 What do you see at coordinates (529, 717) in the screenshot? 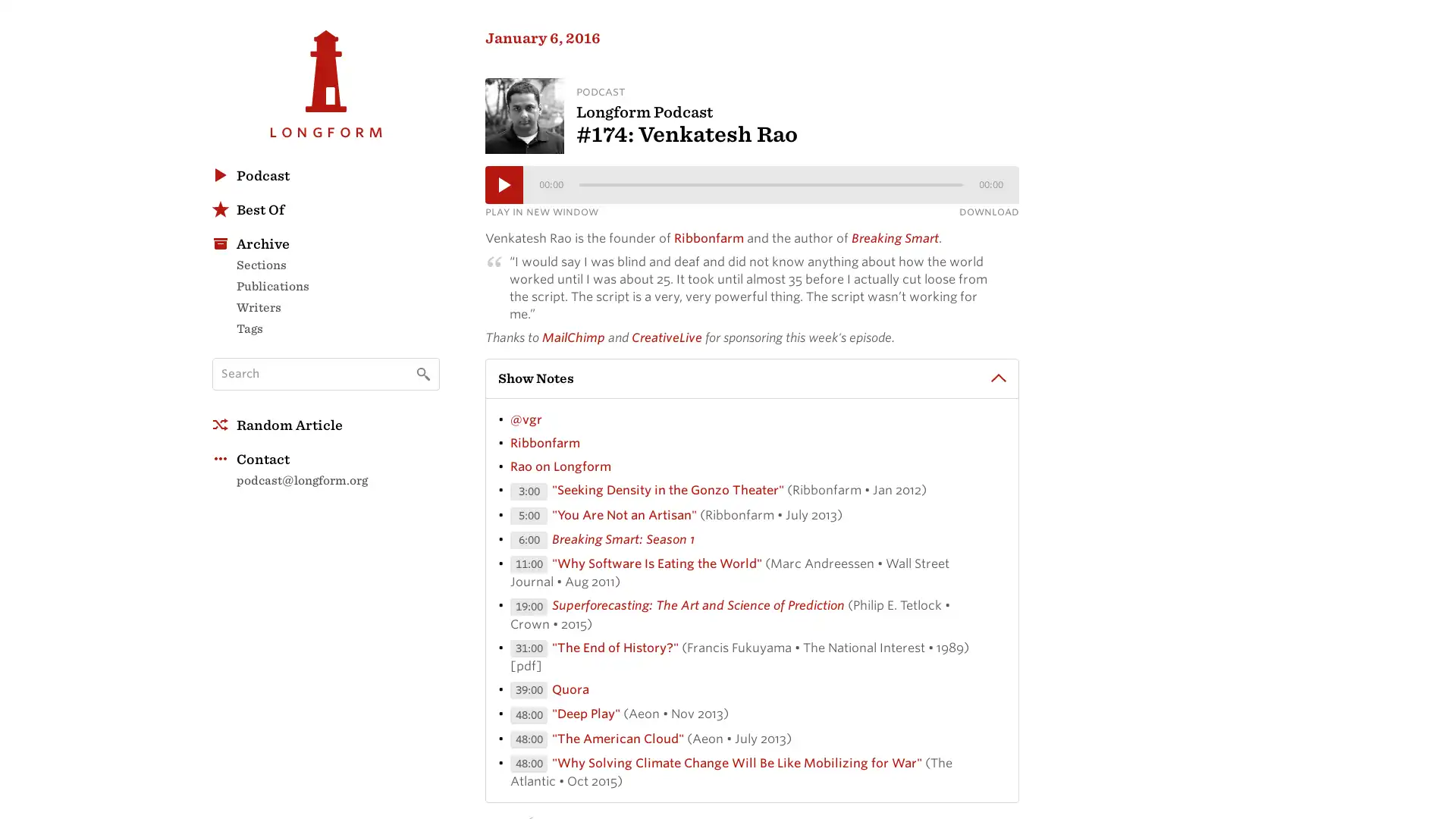
I see `48:00` at bounding box center [529, 717].